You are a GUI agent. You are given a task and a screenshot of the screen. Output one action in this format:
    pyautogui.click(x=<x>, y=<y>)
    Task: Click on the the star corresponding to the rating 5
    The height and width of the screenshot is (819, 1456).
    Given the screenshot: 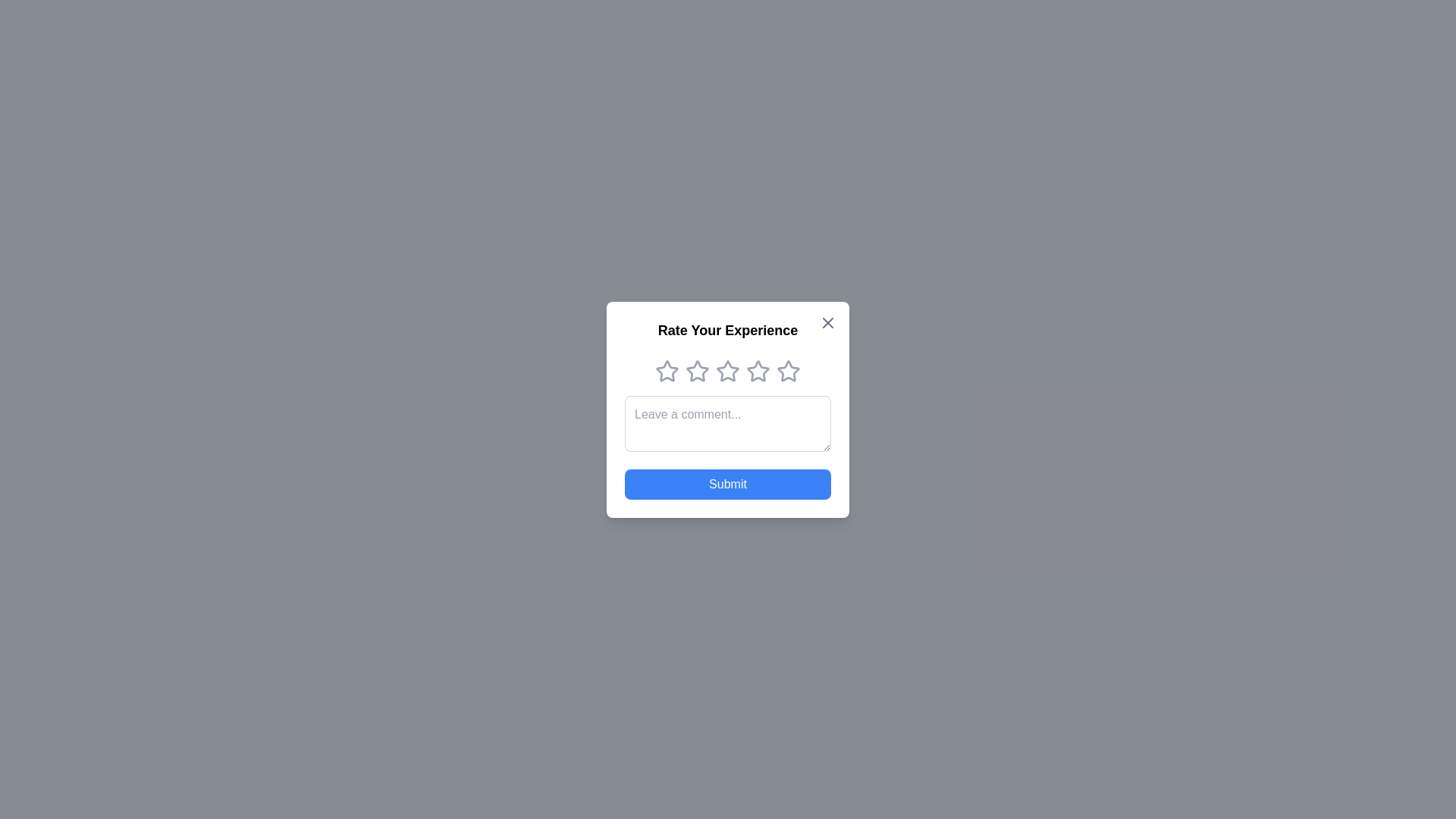 What is the action you would take?
    pyautogui.click(x=789, y=371)
    